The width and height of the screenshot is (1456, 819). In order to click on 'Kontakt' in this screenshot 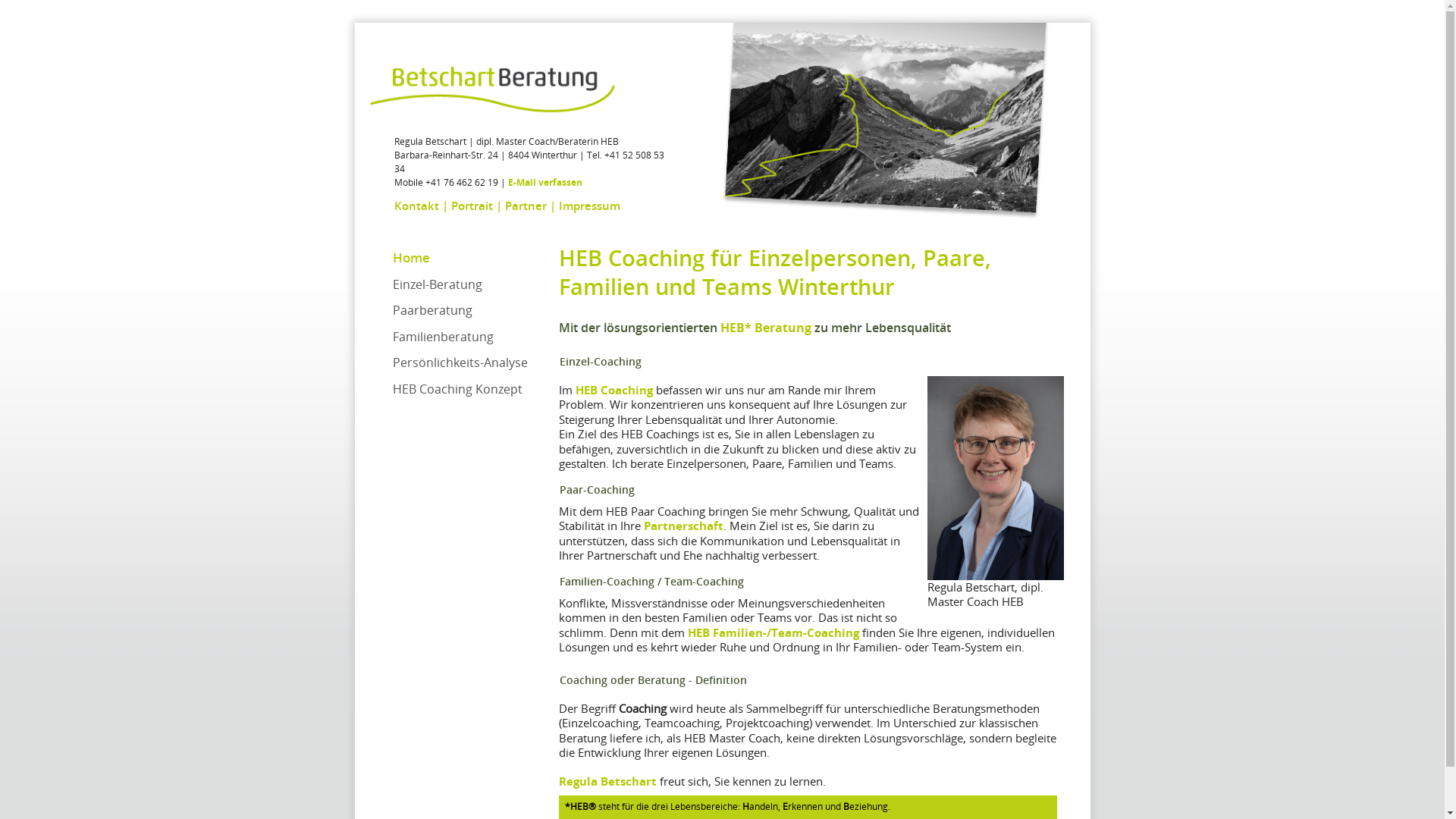, I will do `click(394, 205)`.